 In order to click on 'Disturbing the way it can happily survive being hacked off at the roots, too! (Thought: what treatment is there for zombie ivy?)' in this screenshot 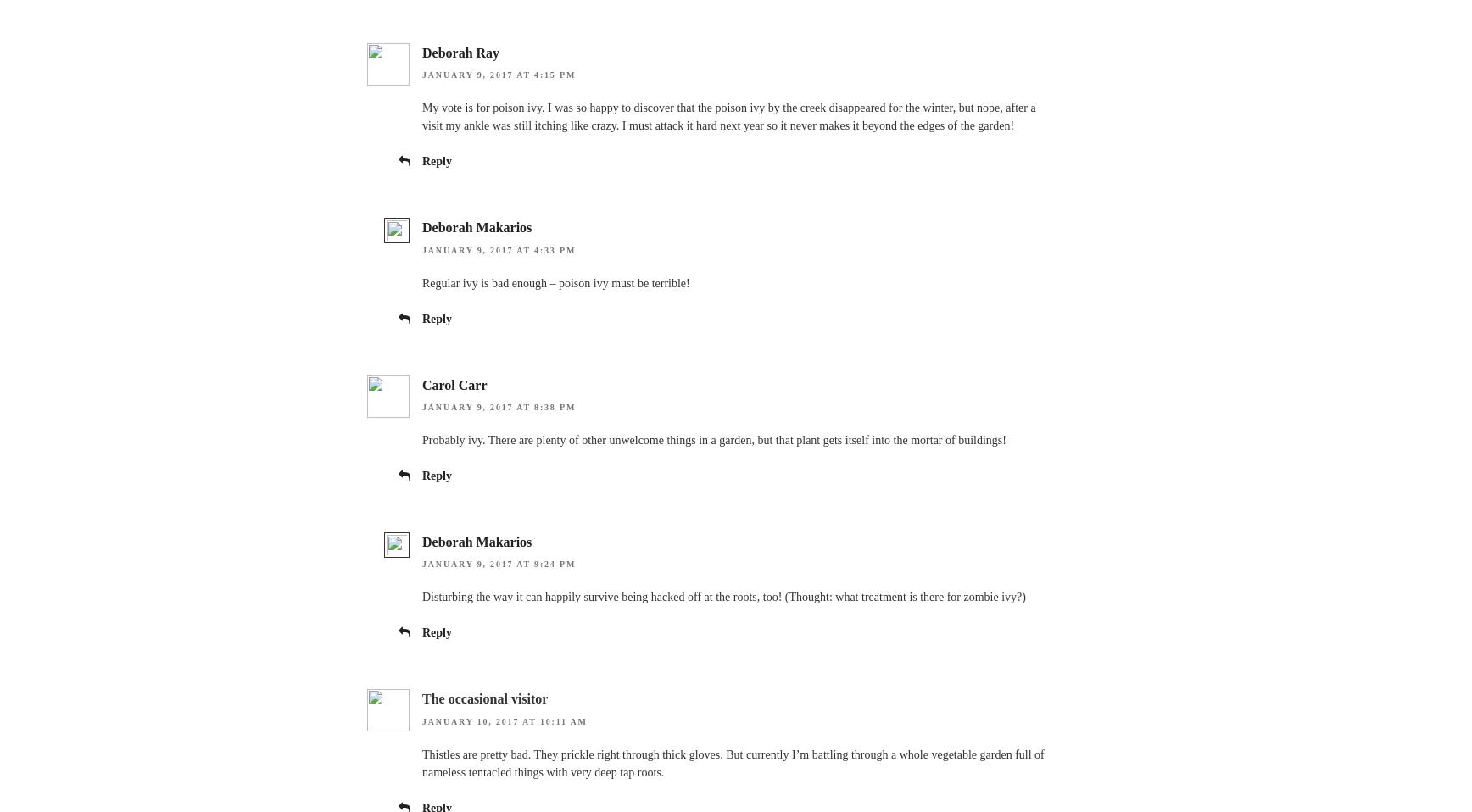, I will do `click(723, 596)`.